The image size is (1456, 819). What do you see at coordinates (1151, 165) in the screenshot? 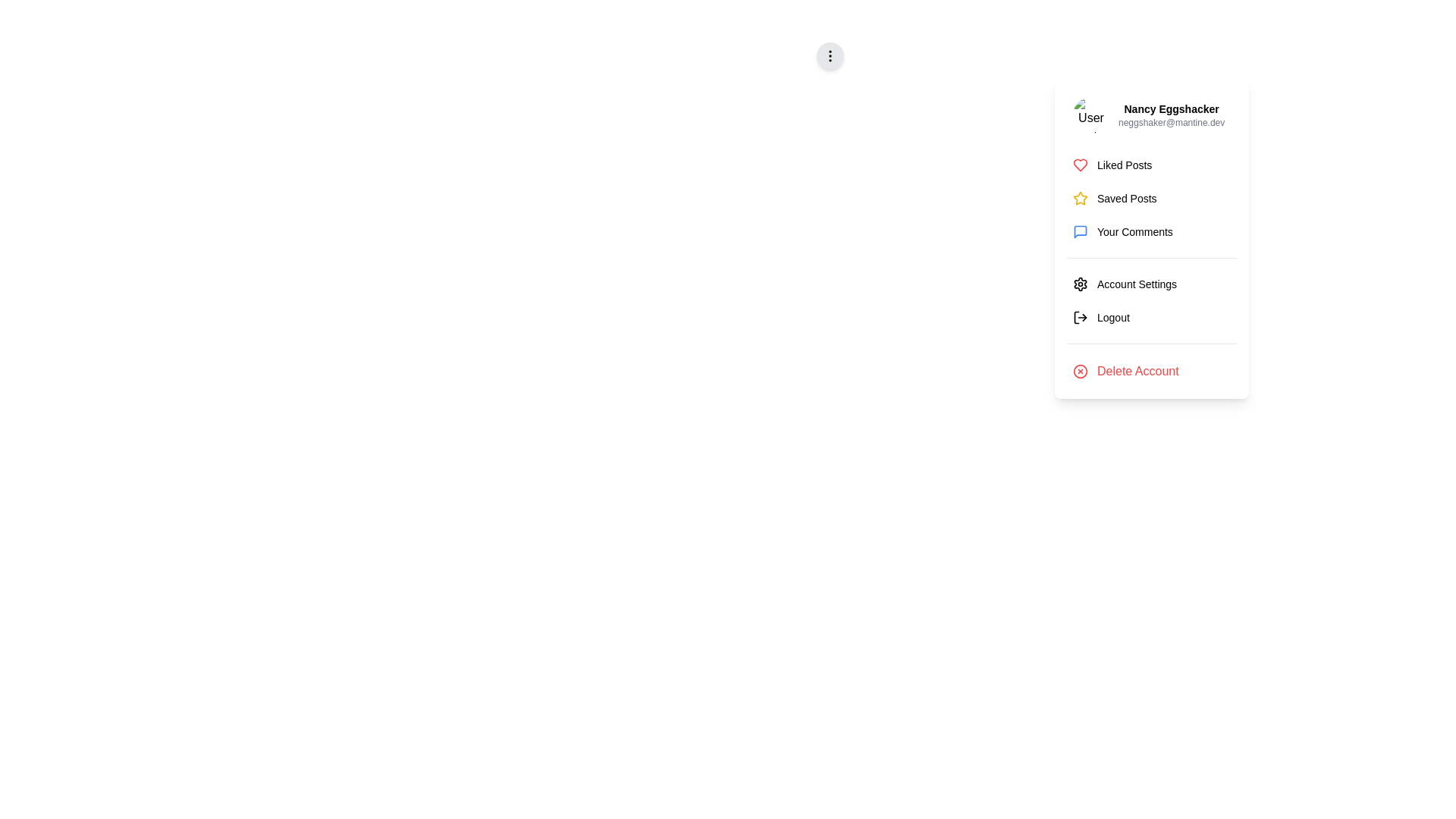
I see `the 'Liked Posts' menu item in the navigation menu` at bounding box center [1151, 165].